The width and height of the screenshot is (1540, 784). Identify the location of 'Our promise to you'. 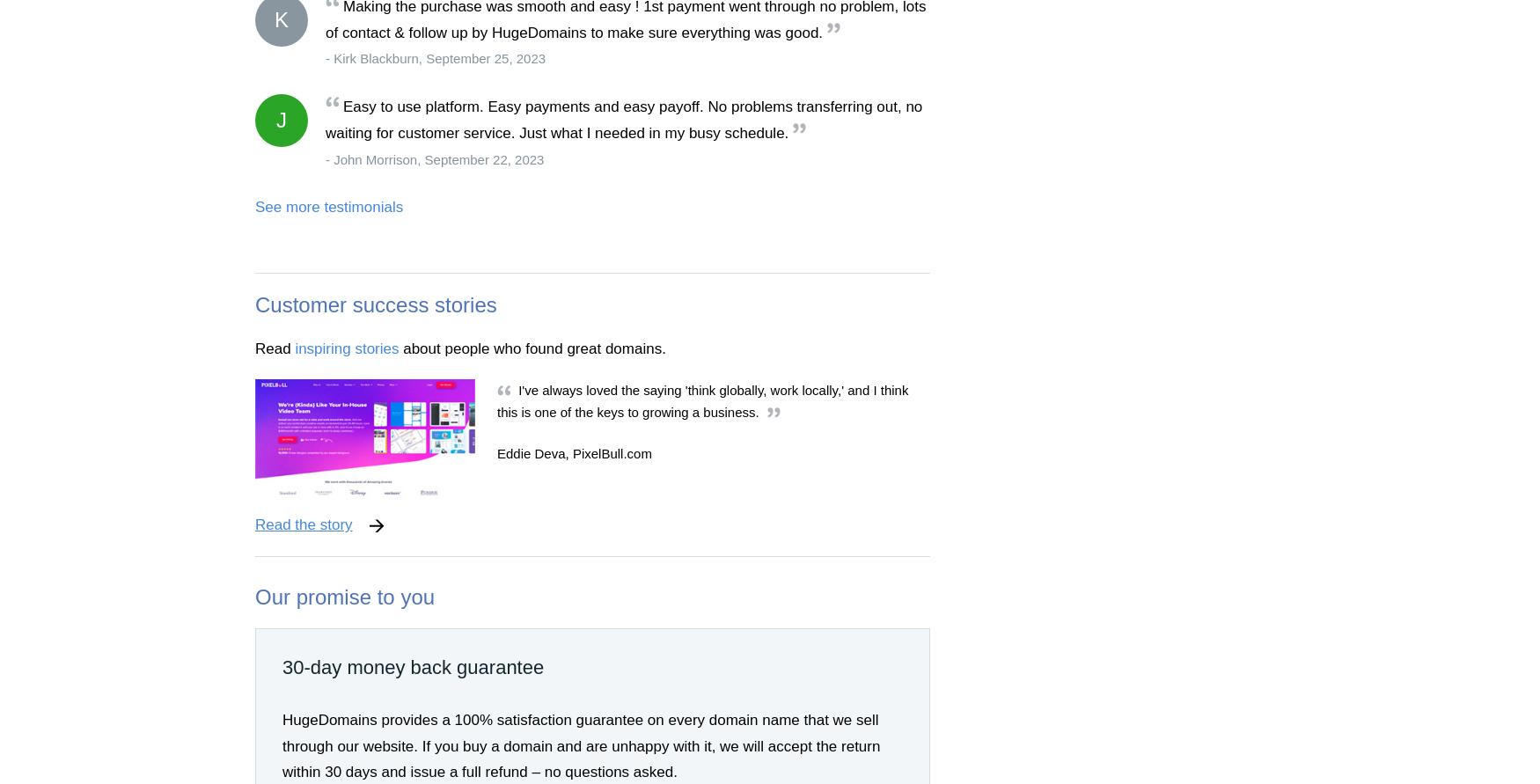
(344, 596).